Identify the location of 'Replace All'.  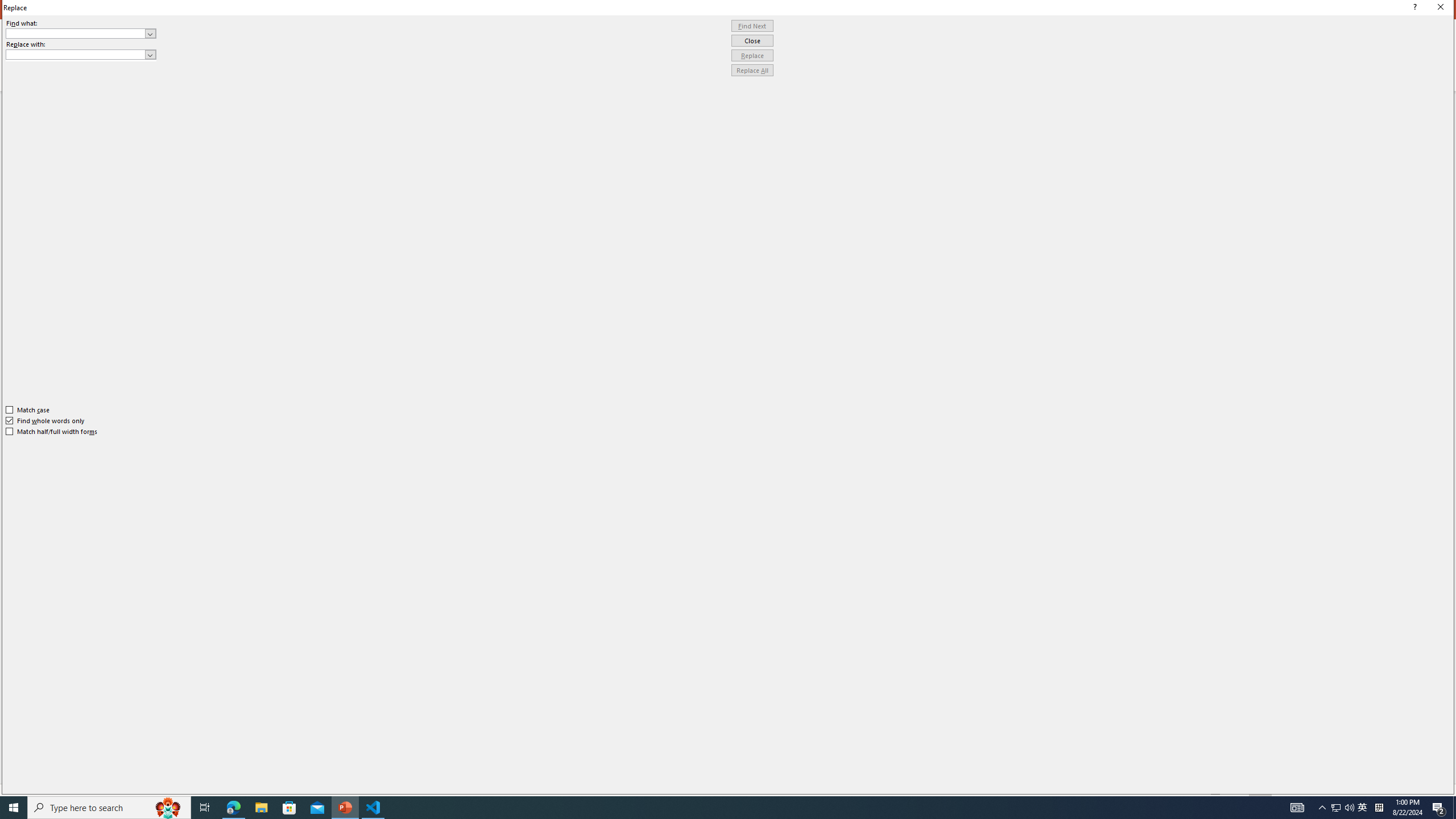
(752, 69).